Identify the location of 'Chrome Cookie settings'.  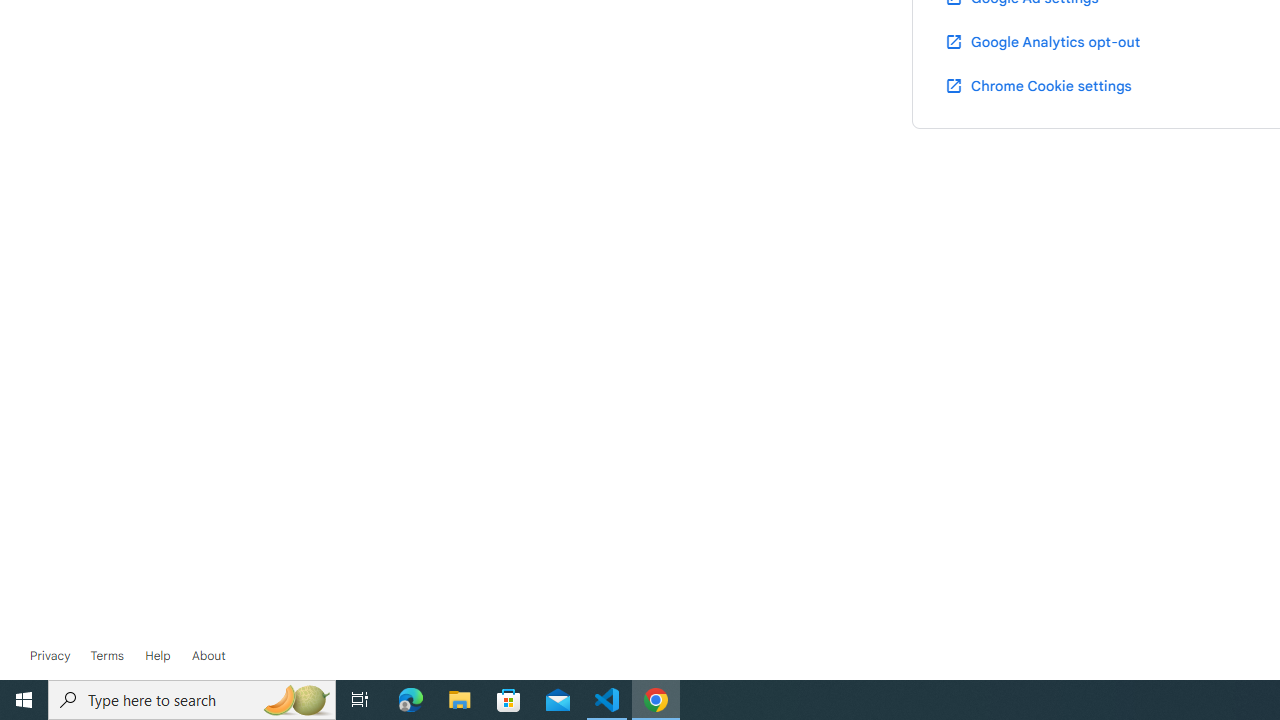
(1038, 84).